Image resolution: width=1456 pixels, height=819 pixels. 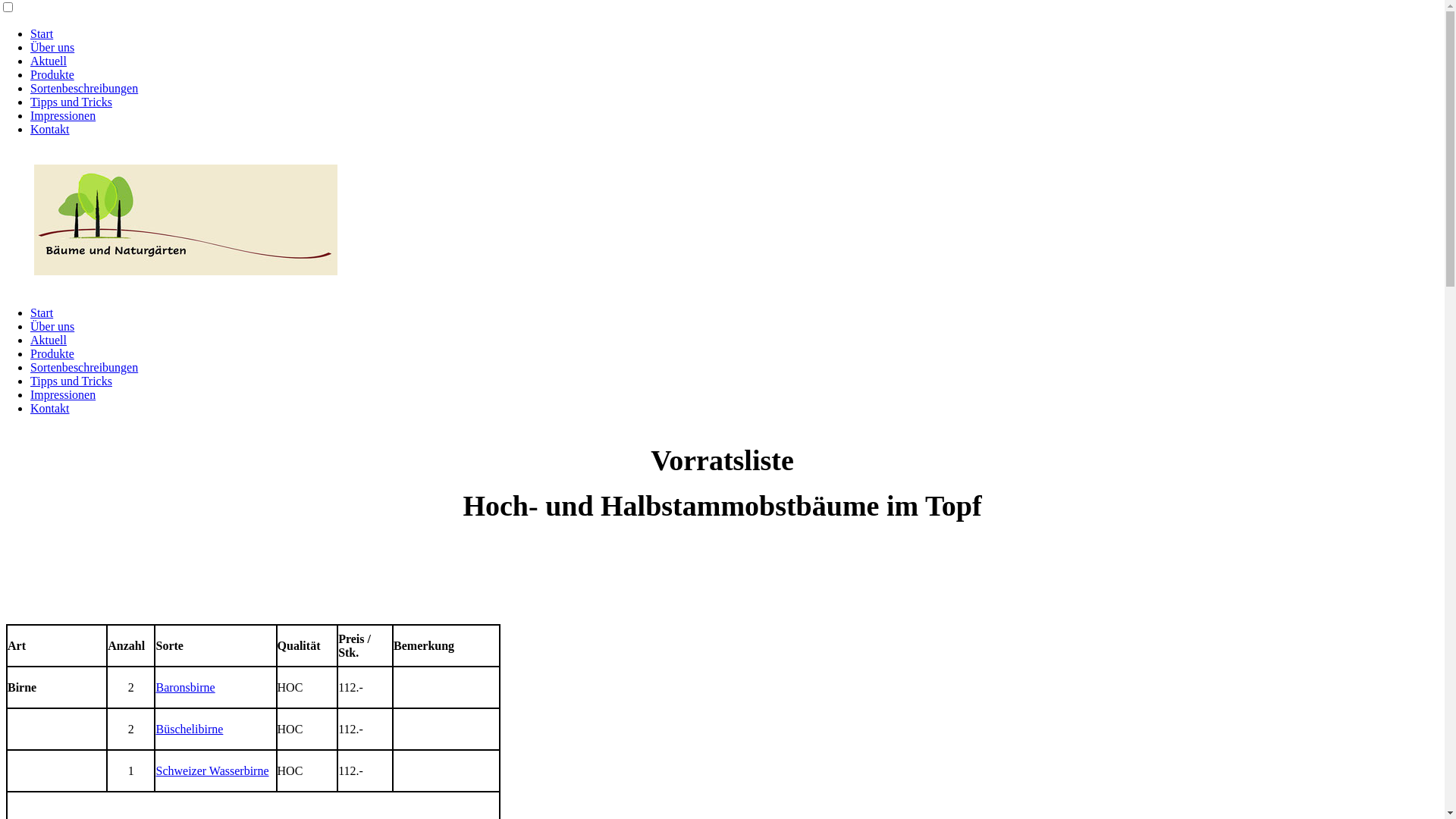 What do you see at coordinates (52, 74) in the screenshot?
I see `'Produkte'` at bounding box center [52, 74].